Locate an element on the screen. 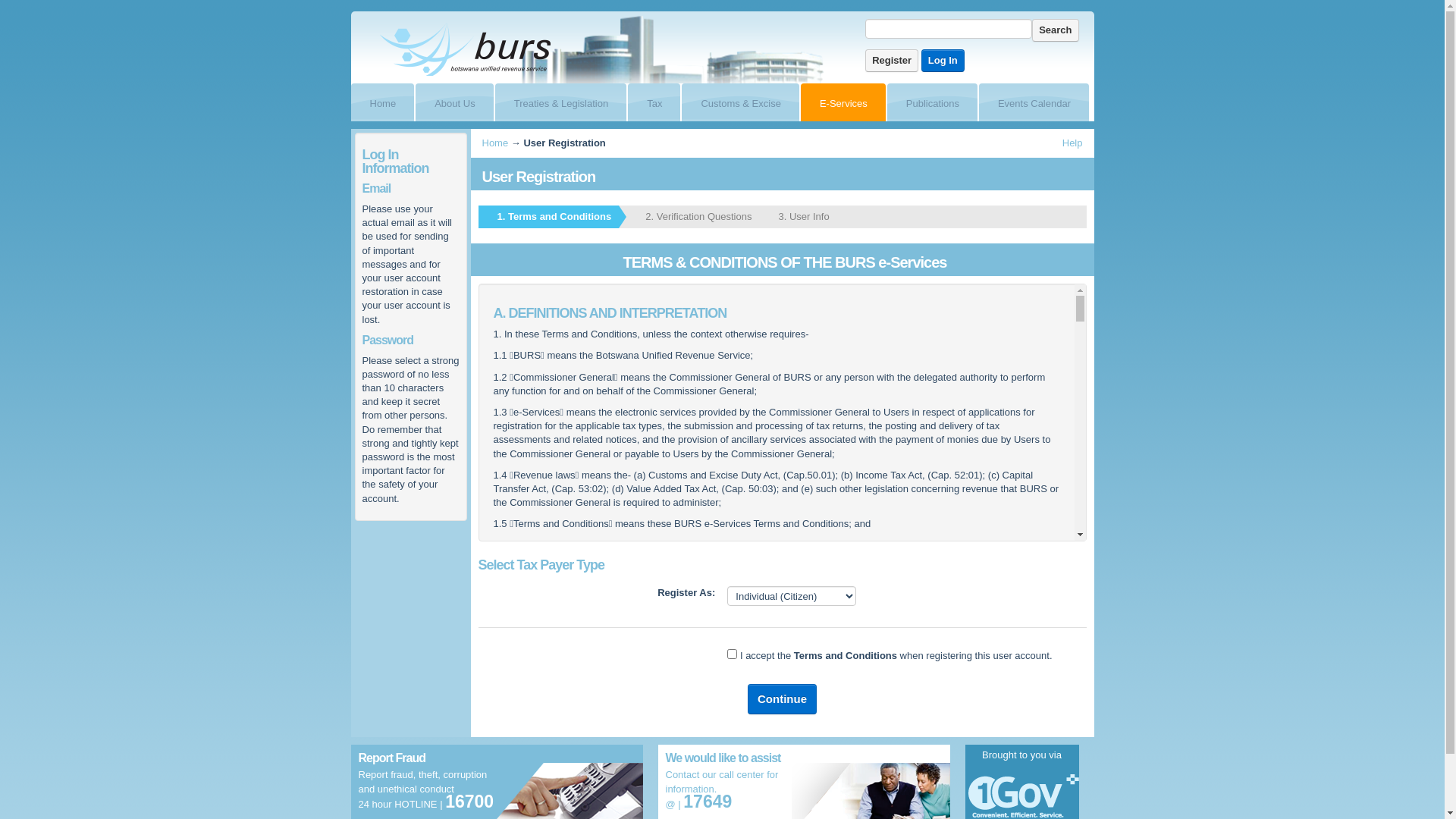 The height and width of the screenshot is (819, 1456). 'Search' is located at coordinates (1031, 30).